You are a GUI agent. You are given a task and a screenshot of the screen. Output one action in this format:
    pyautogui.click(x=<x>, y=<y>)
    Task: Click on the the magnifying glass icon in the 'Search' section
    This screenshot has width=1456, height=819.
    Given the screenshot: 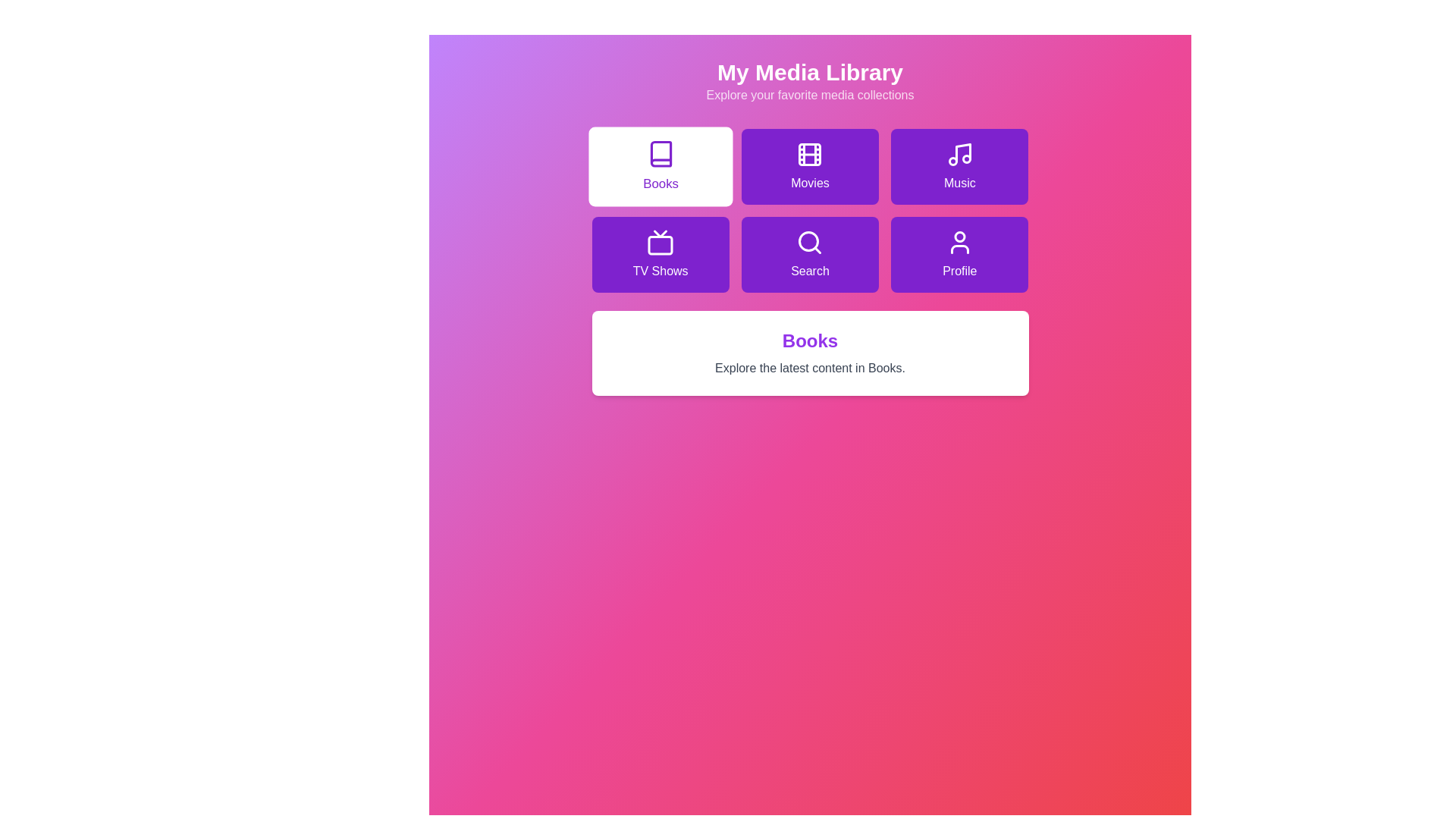 What is the action you would take?
    pyautogui.click(x=809, y=242)
    